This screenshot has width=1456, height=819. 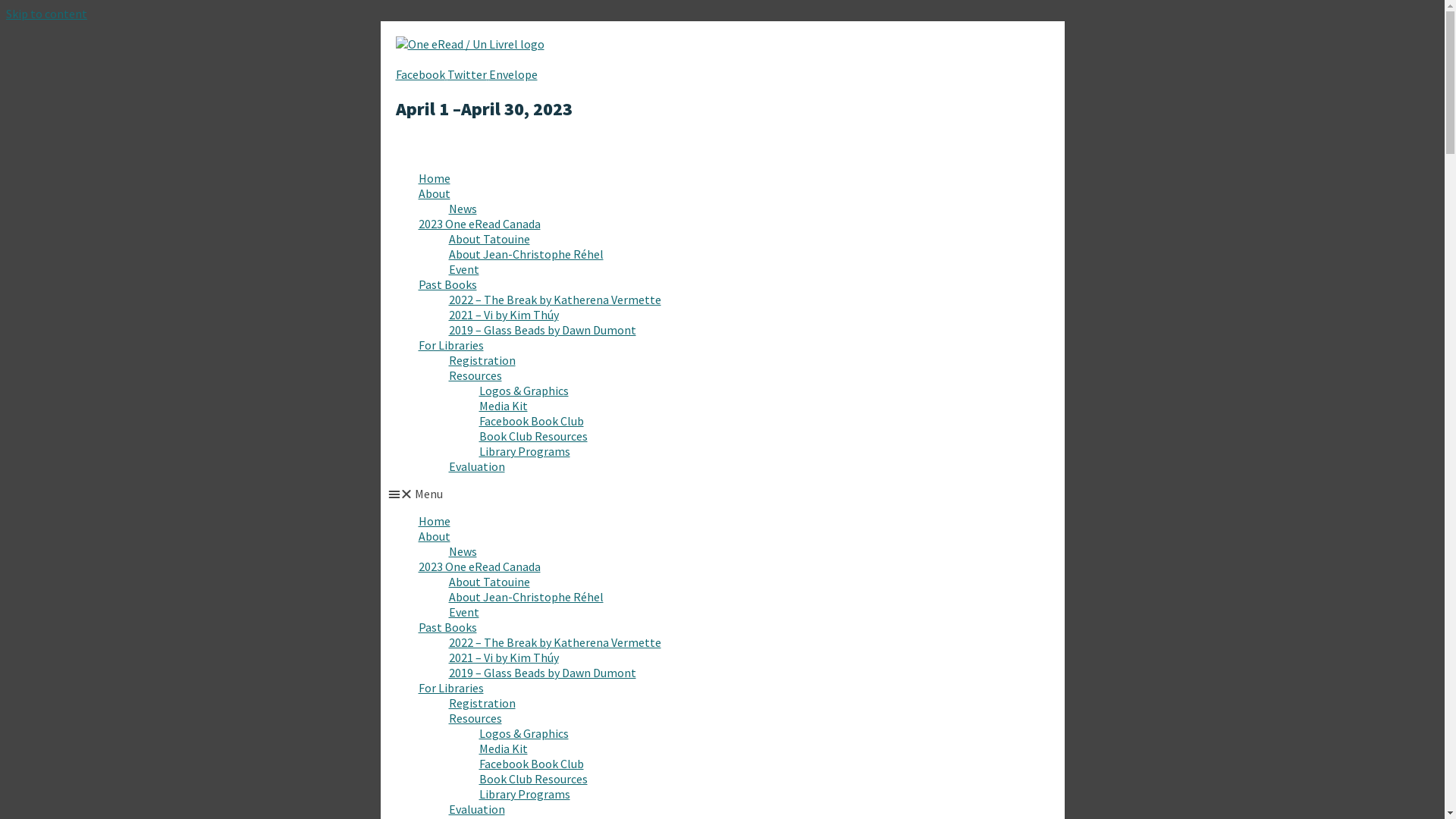 What do you see at coordinates (462, 208) in the screenshot?
I see `'News'` at bounding box center [462, 208].